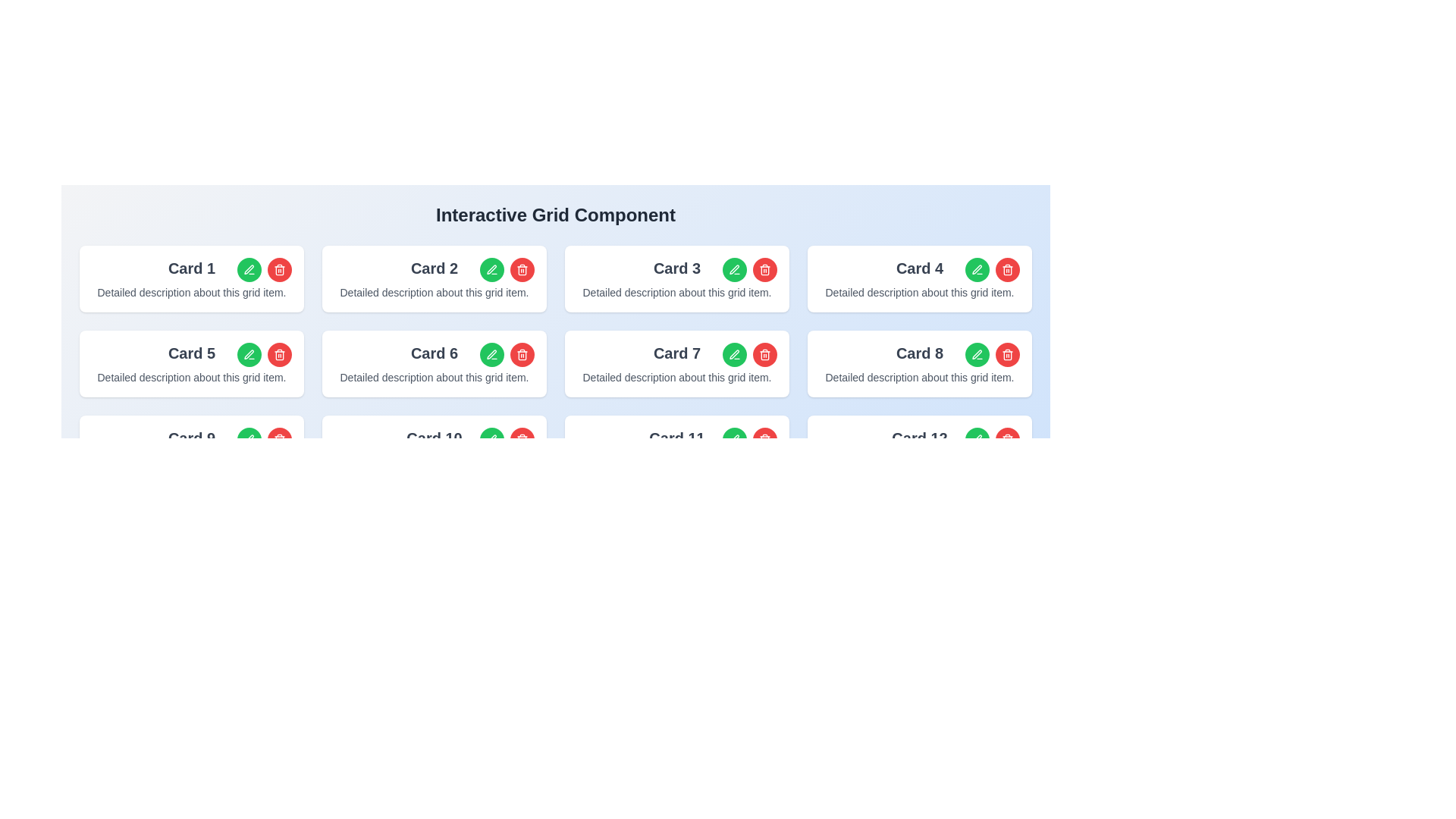 The image size is (1456, 819). I want to click on the pen-shaped IconButton located, so click(249, 439).